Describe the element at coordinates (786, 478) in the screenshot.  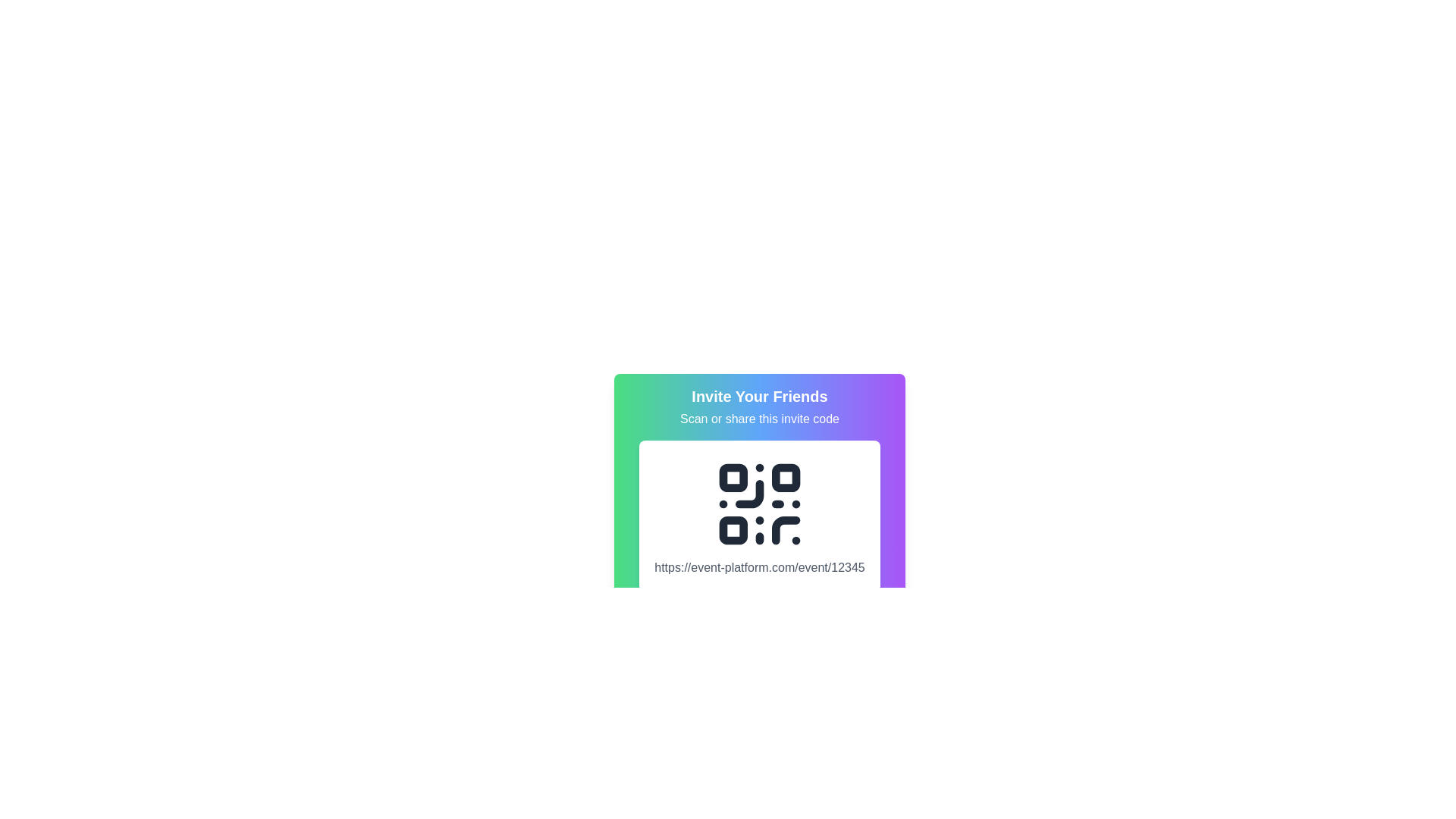
I see `the decorative square component in the top-right section of the QR code graphic that contributes to the encoded structure` at that location.